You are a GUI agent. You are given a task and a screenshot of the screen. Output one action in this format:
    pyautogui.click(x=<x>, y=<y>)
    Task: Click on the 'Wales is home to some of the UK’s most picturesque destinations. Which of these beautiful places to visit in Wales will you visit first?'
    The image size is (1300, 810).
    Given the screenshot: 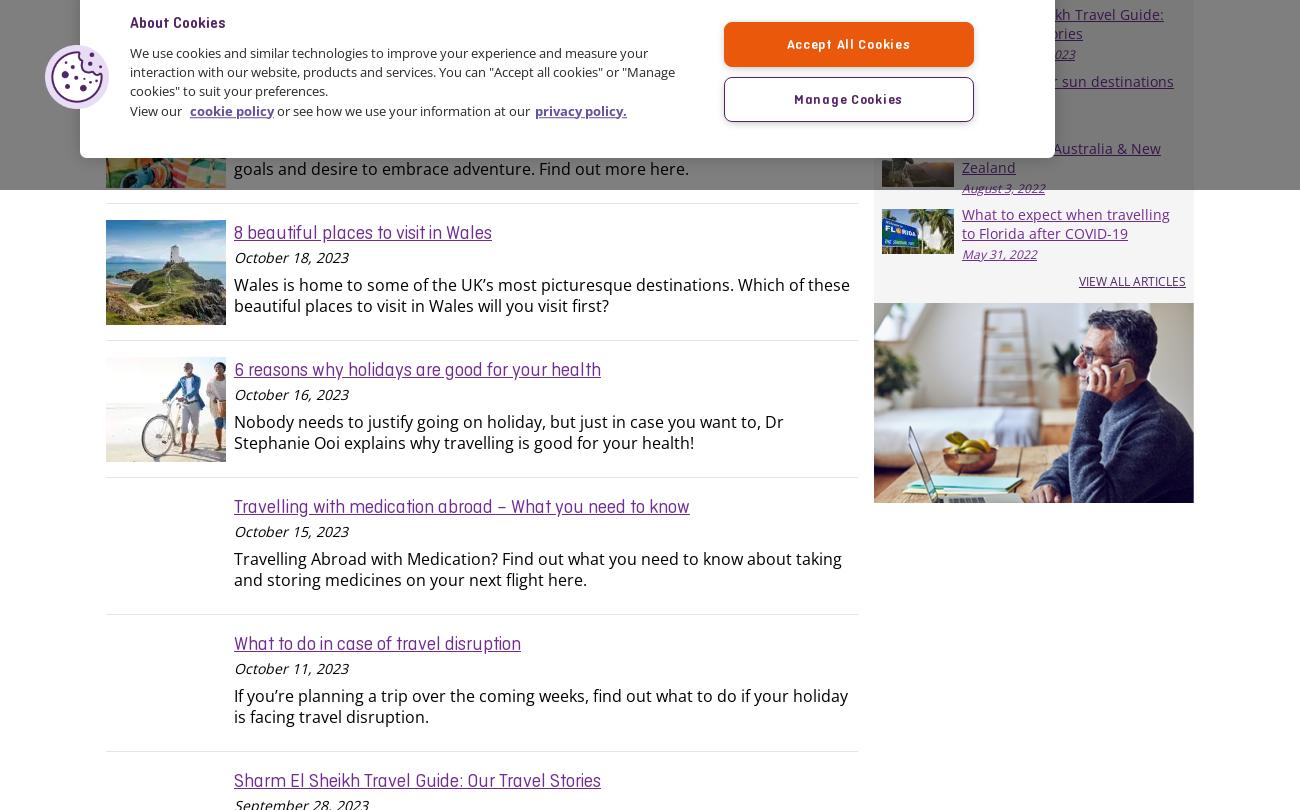 What is the action you would take?
    pyautogui.click(x=541, y=294)
    